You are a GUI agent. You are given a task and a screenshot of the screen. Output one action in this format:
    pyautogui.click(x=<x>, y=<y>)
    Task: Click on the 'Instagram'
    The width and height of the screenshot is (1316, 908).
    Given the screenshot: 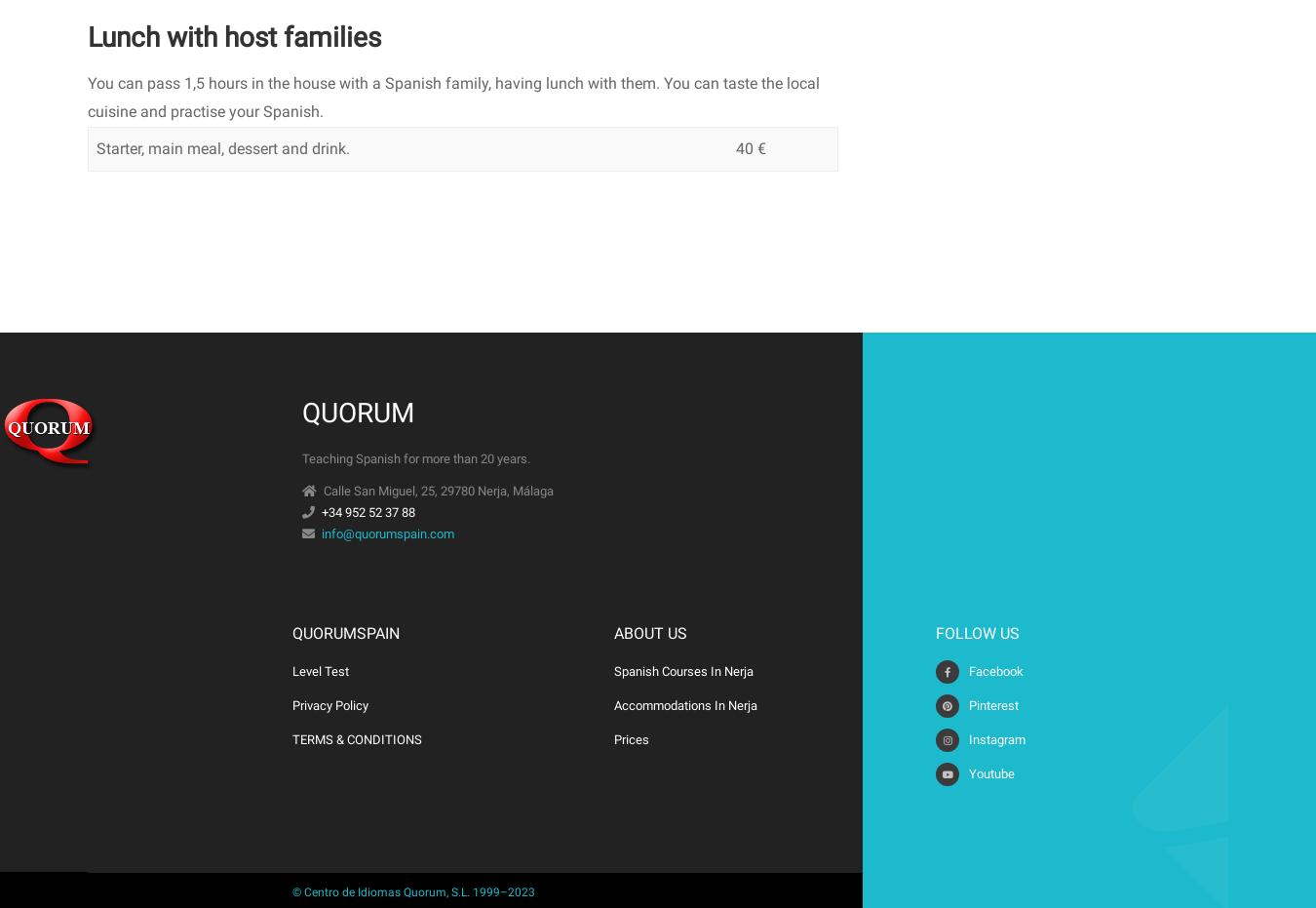 What is the action you would take?
    pyautogui.click(x=997, y=739)
    